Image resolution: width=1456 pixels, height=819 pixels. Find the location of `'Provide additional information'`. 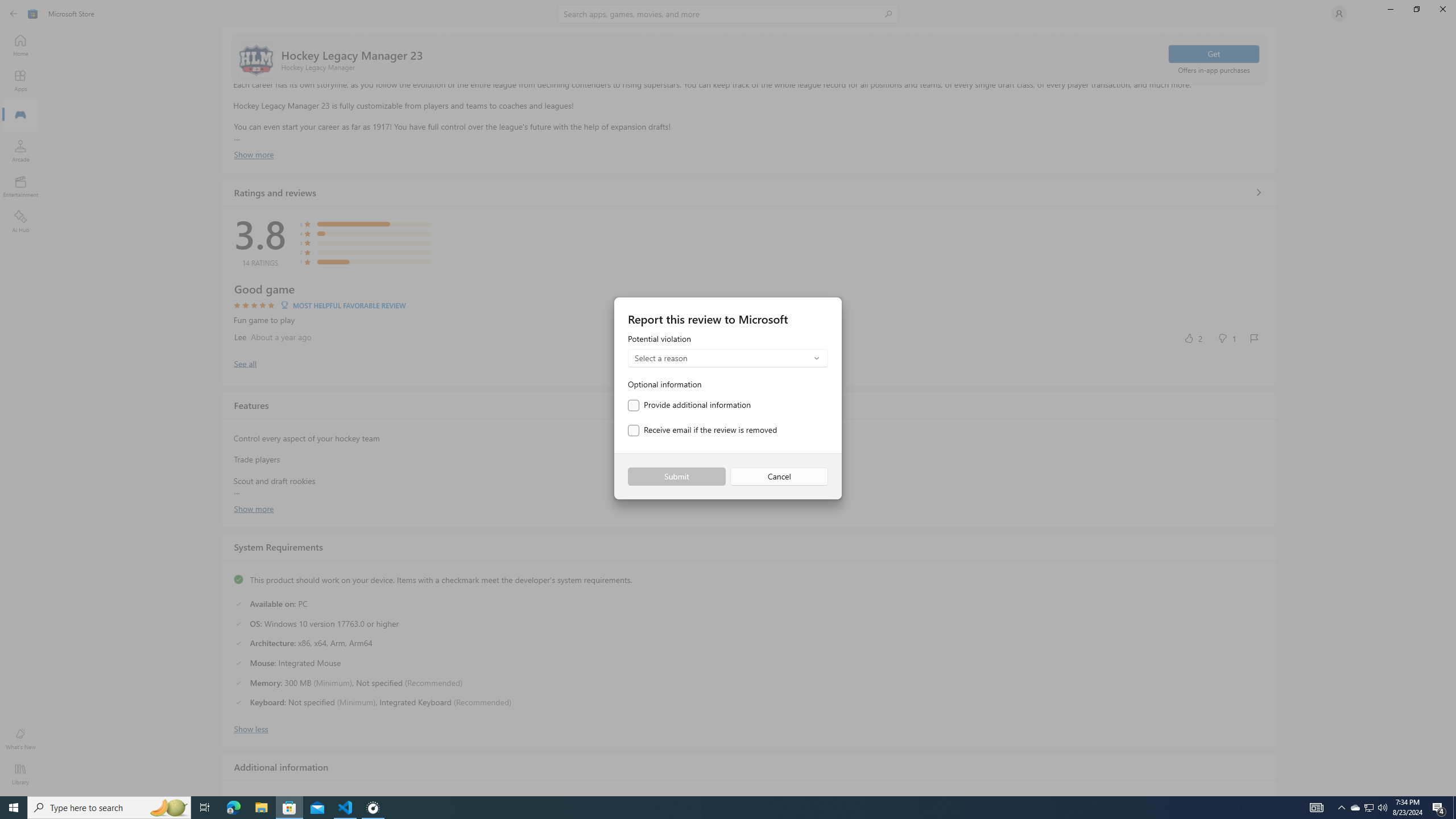

'Provide additional information' is located at coordinates (689, 405).